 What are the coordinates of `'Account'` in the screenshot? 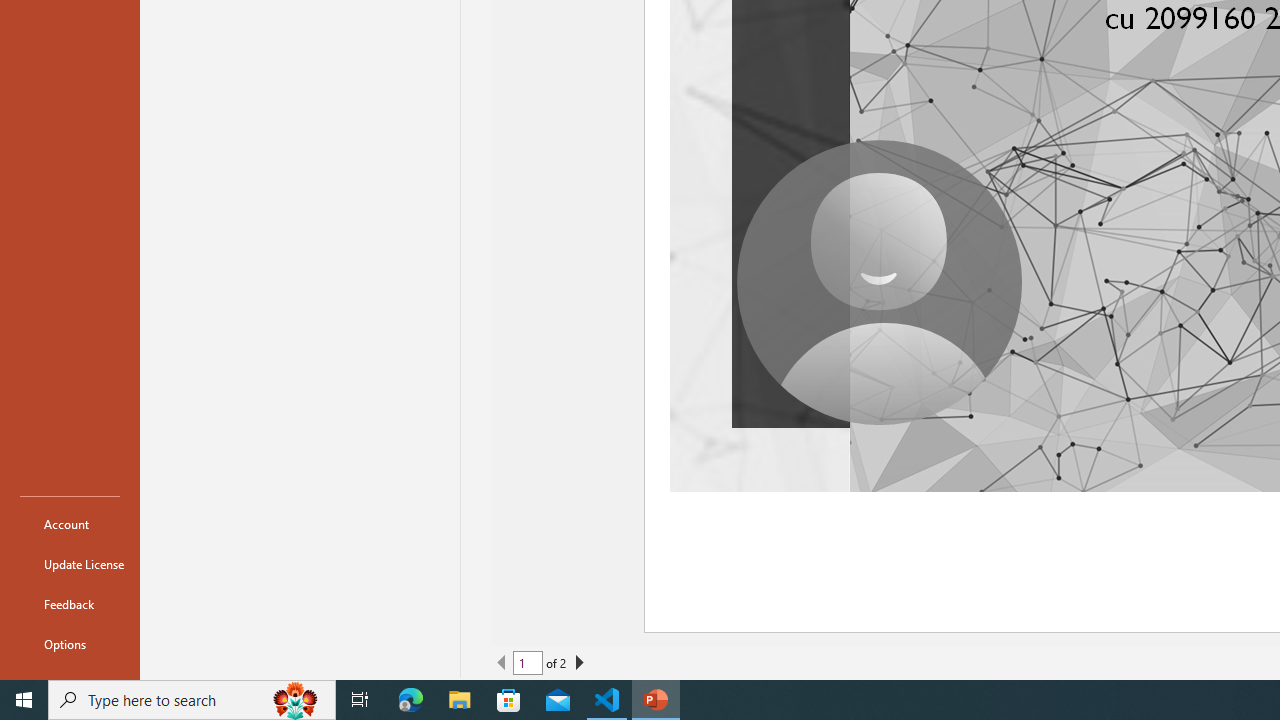 It's located at (69, 523).